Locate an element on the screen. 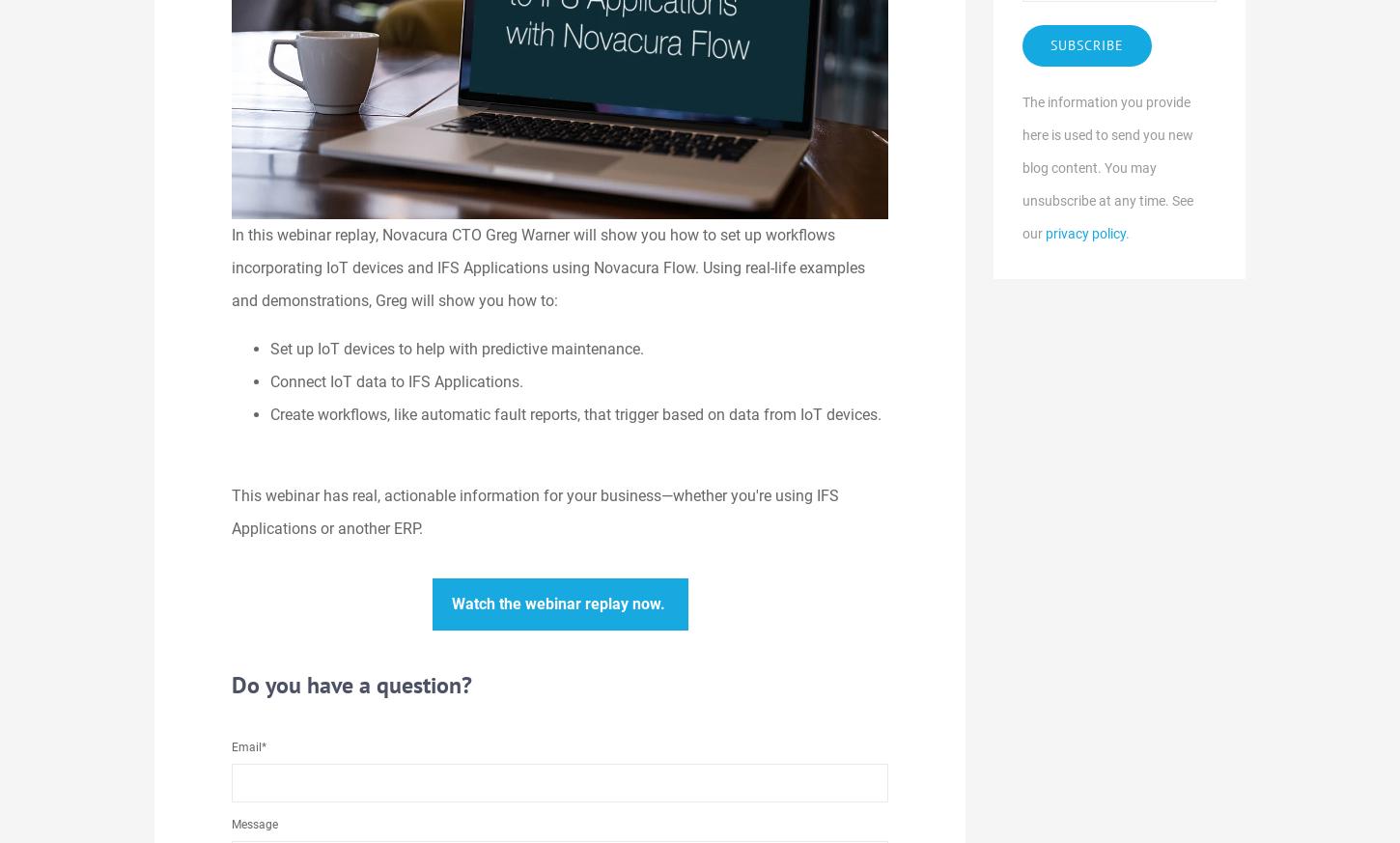  'Email' is located at coordinates (246, 745).